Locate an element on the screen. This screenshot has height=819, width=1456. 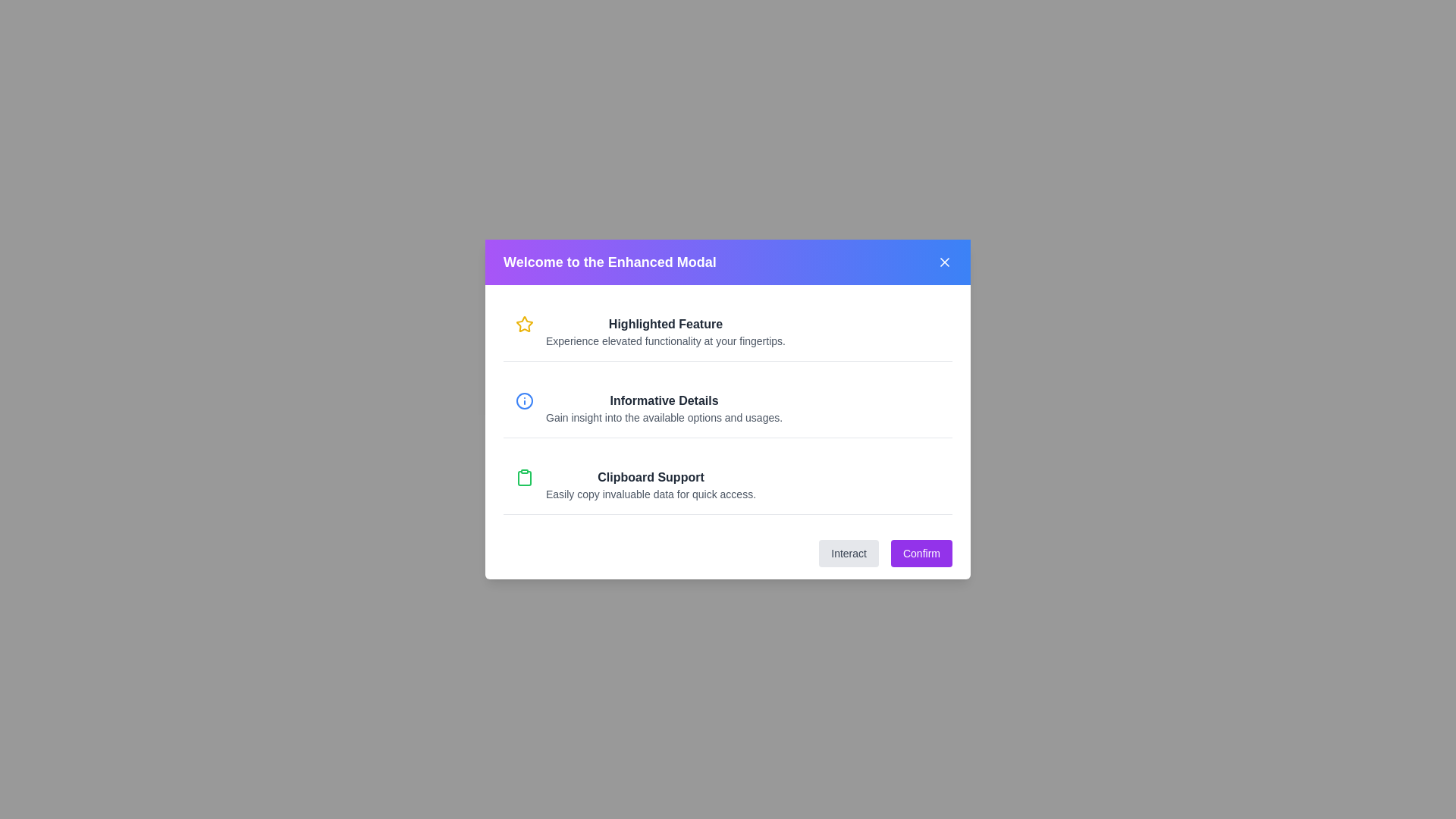
the Informational text block featuring the title 'Highlighted Feature' and the description 'Experience elevated functionality at your fingertips.' is located at coordinates (666, 331).